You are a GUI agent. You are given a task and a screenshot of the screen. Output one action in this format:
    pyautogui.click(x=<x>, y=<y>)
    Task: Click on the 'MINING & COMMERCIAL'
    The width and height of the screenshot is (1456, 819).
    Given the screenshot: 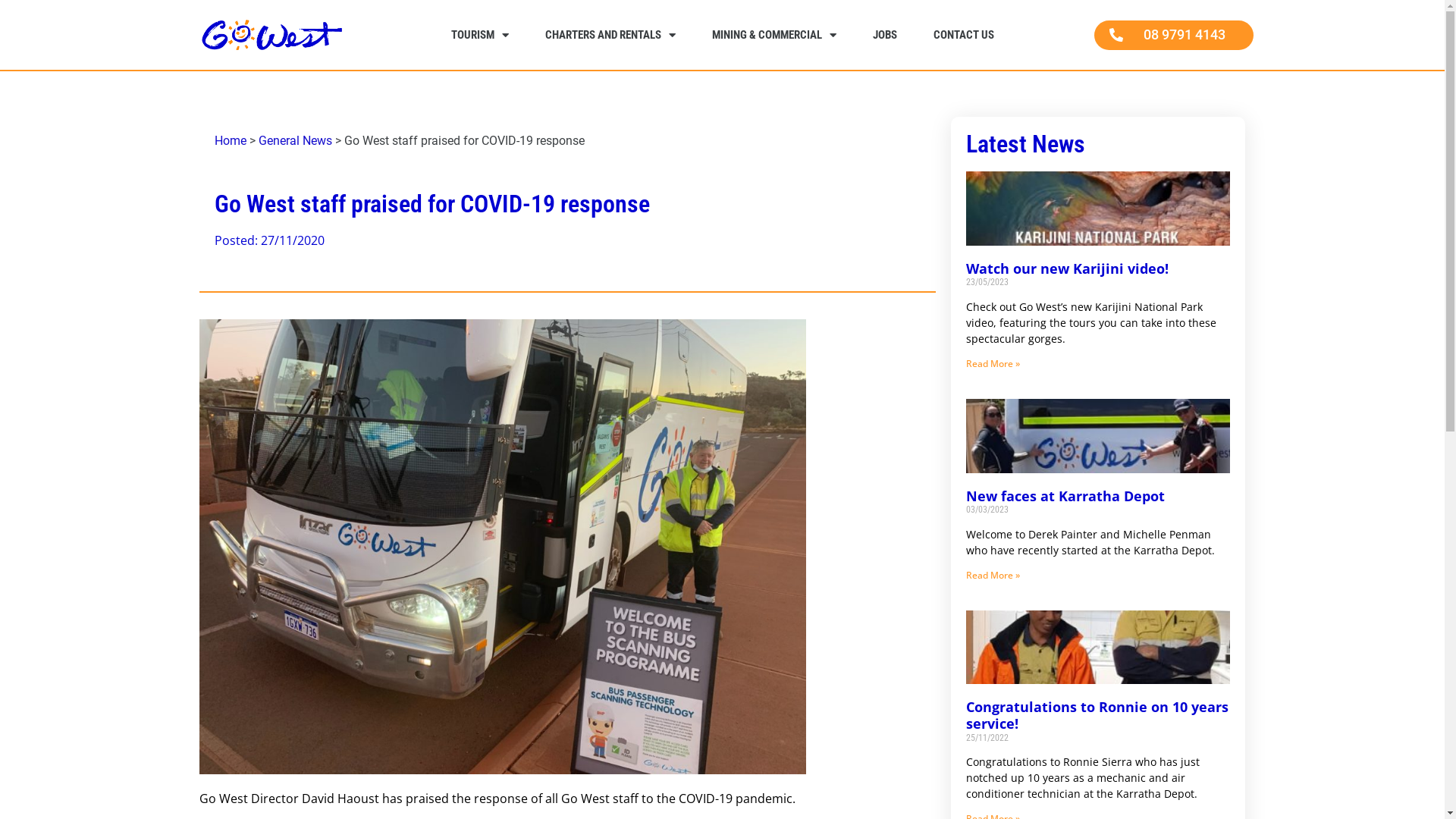 What is the action you would take?
    pyautogui.click(x=773, y=34)
    